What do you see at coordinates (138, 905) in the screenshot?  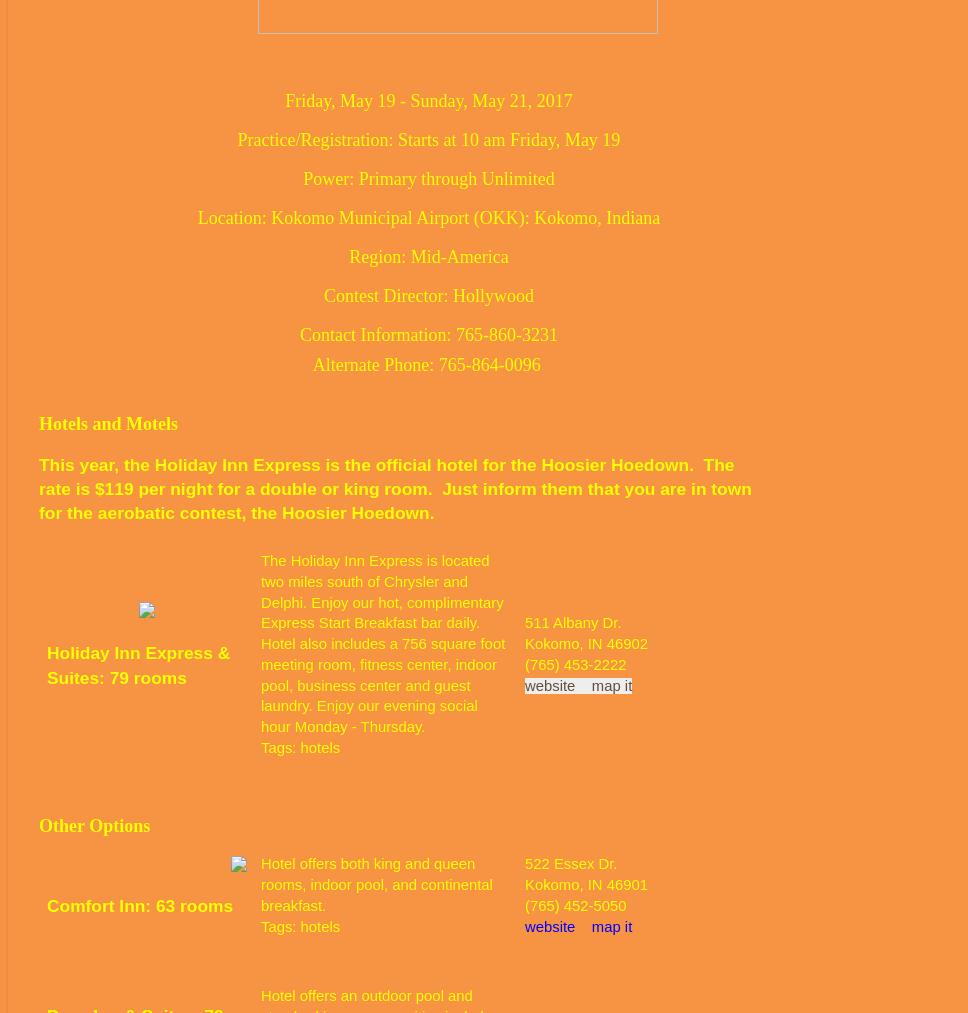 I see `'Comfort Inn: 63 rooms'` at bounding box center [138, 905].